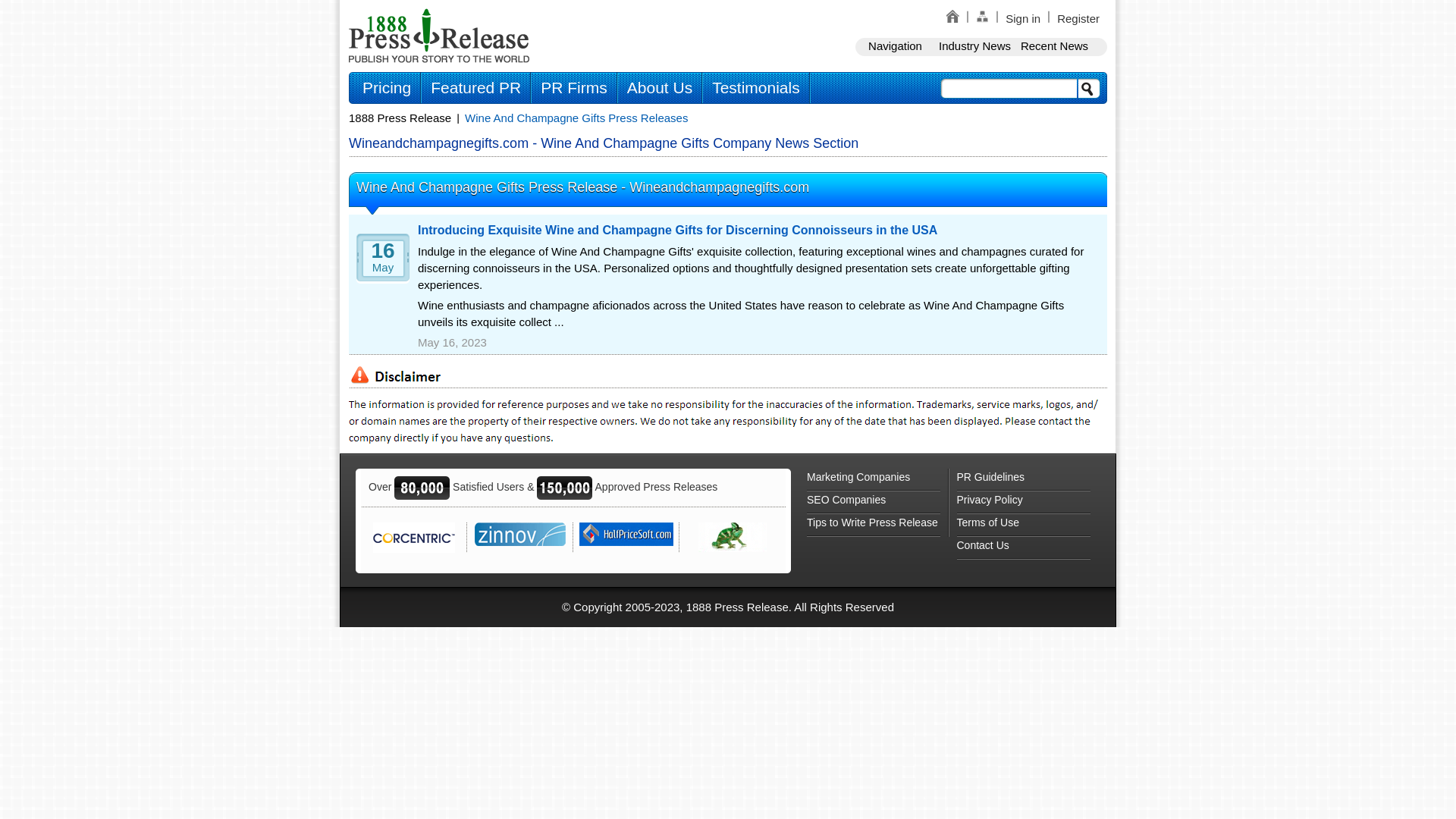 The height and width of the screenshot is (819, 1456). Describe the element at coordinates (1053, 45) in the screenshot. I see `'Recent News'` at that location.